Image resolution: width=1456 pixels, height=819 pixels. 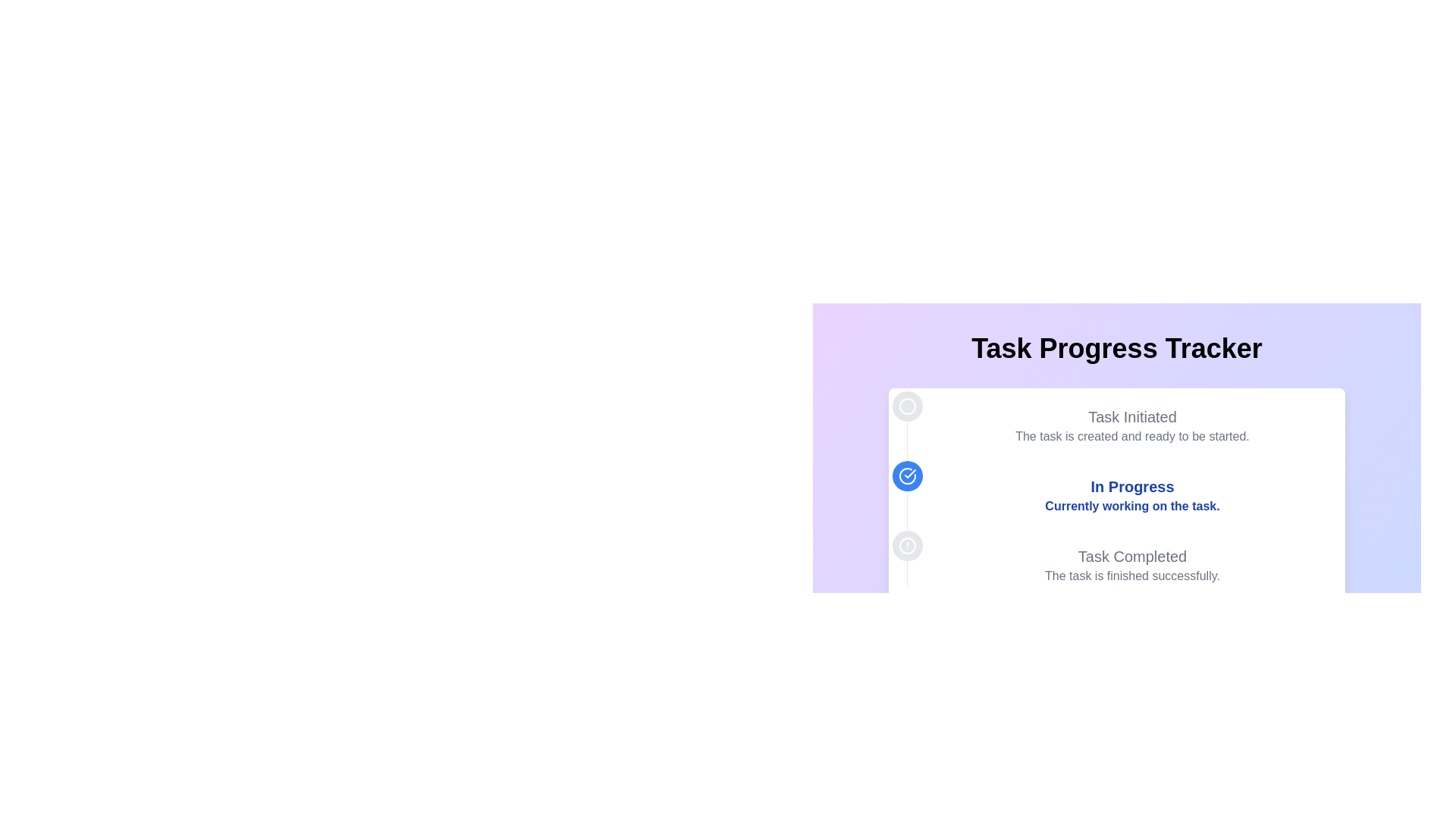 What do you see at coordinates (1132, 556) in the screenshot?
I see `the Text label indicating completed task status, located in the bottom section of the vertical progress tracker, directly above the text 'The task is finished successfully.'` at bounding box center [1132, 556].